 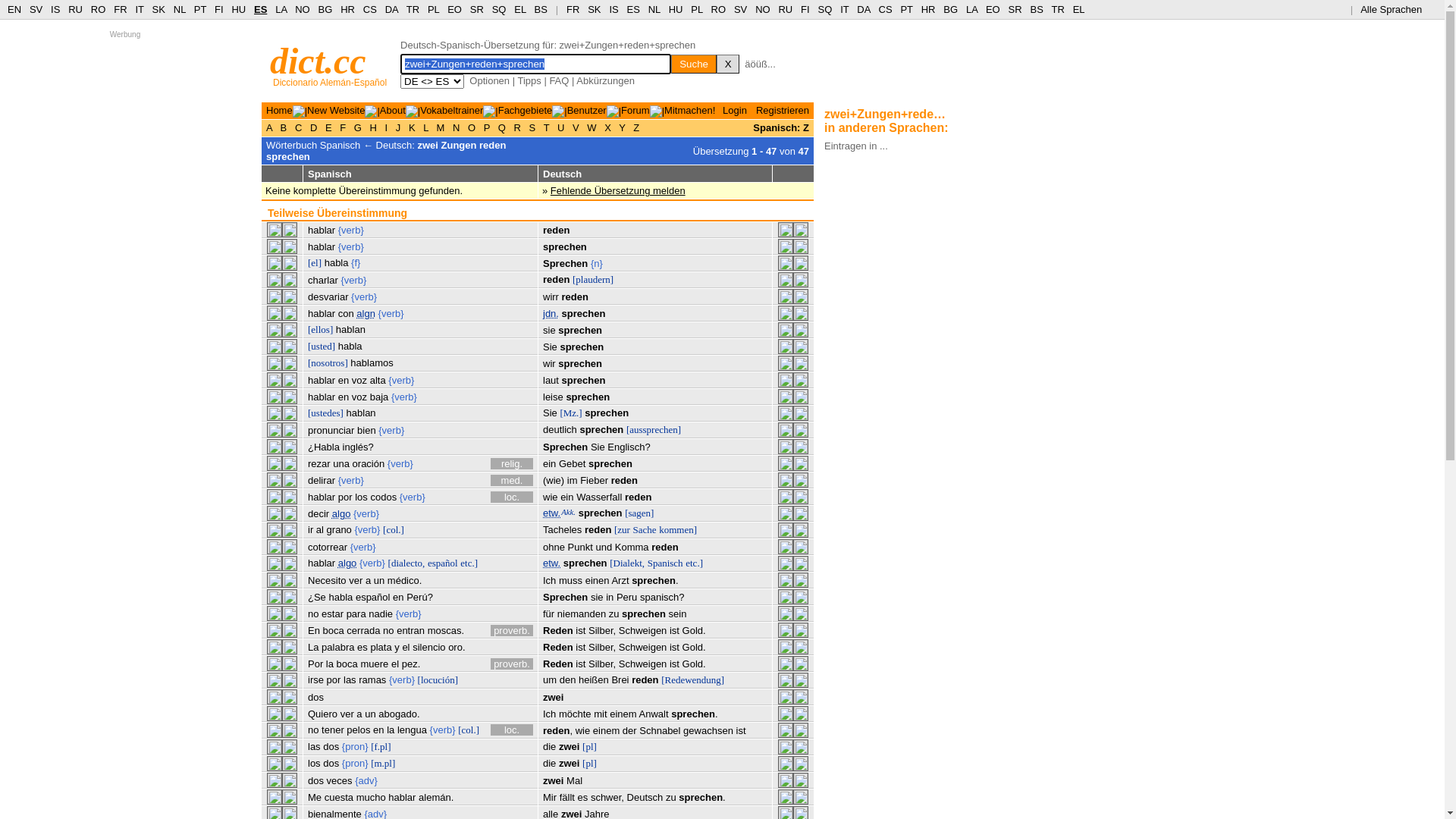 What do you see at coordinates (579, 663) in the screenshot?
I see `'ist'` at bounding box center [579, 663].